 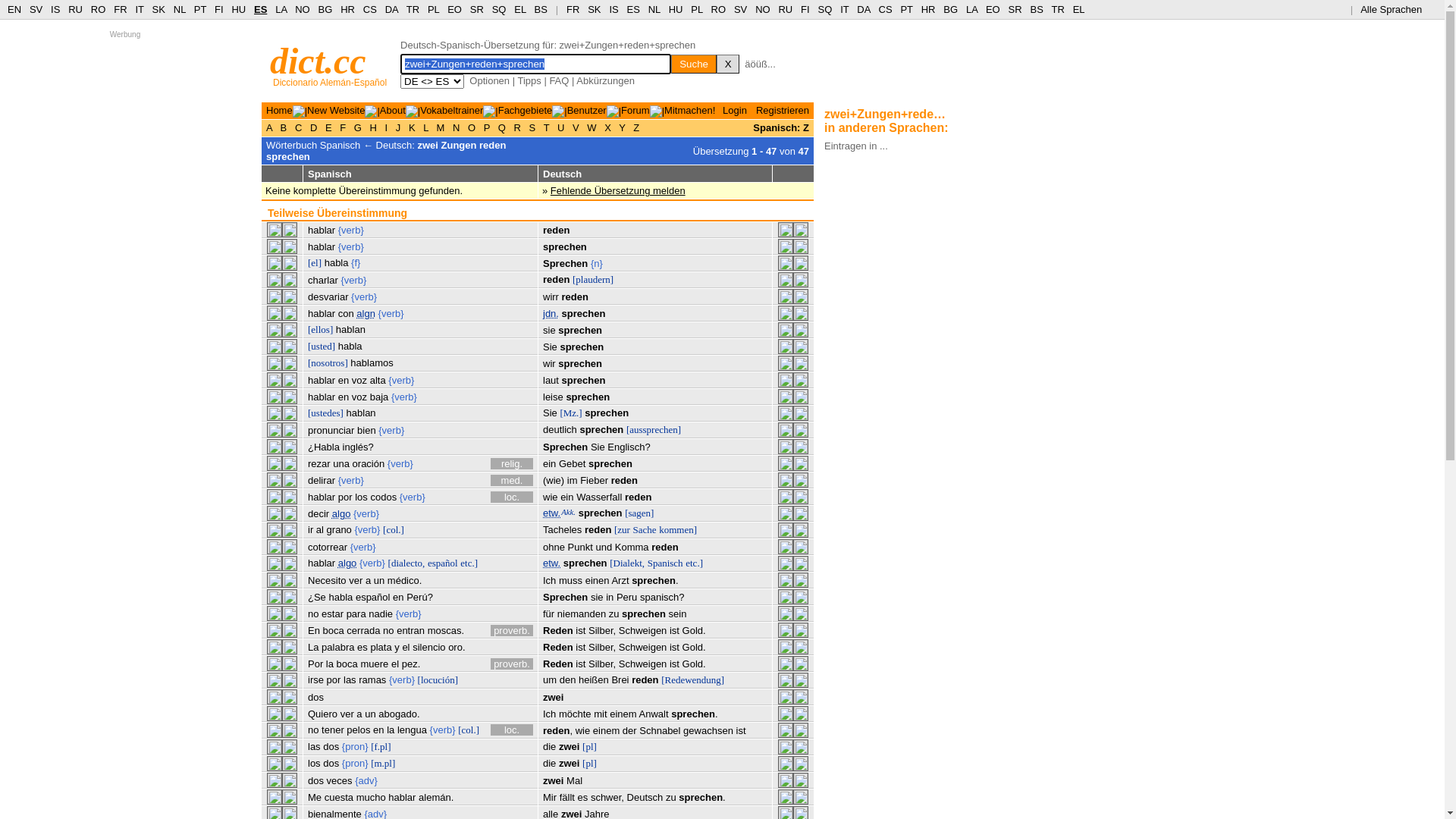 What do you see at coordinates (579, 663) in the screenshot?
I see `'ist'` at bounding box center [579, 663].